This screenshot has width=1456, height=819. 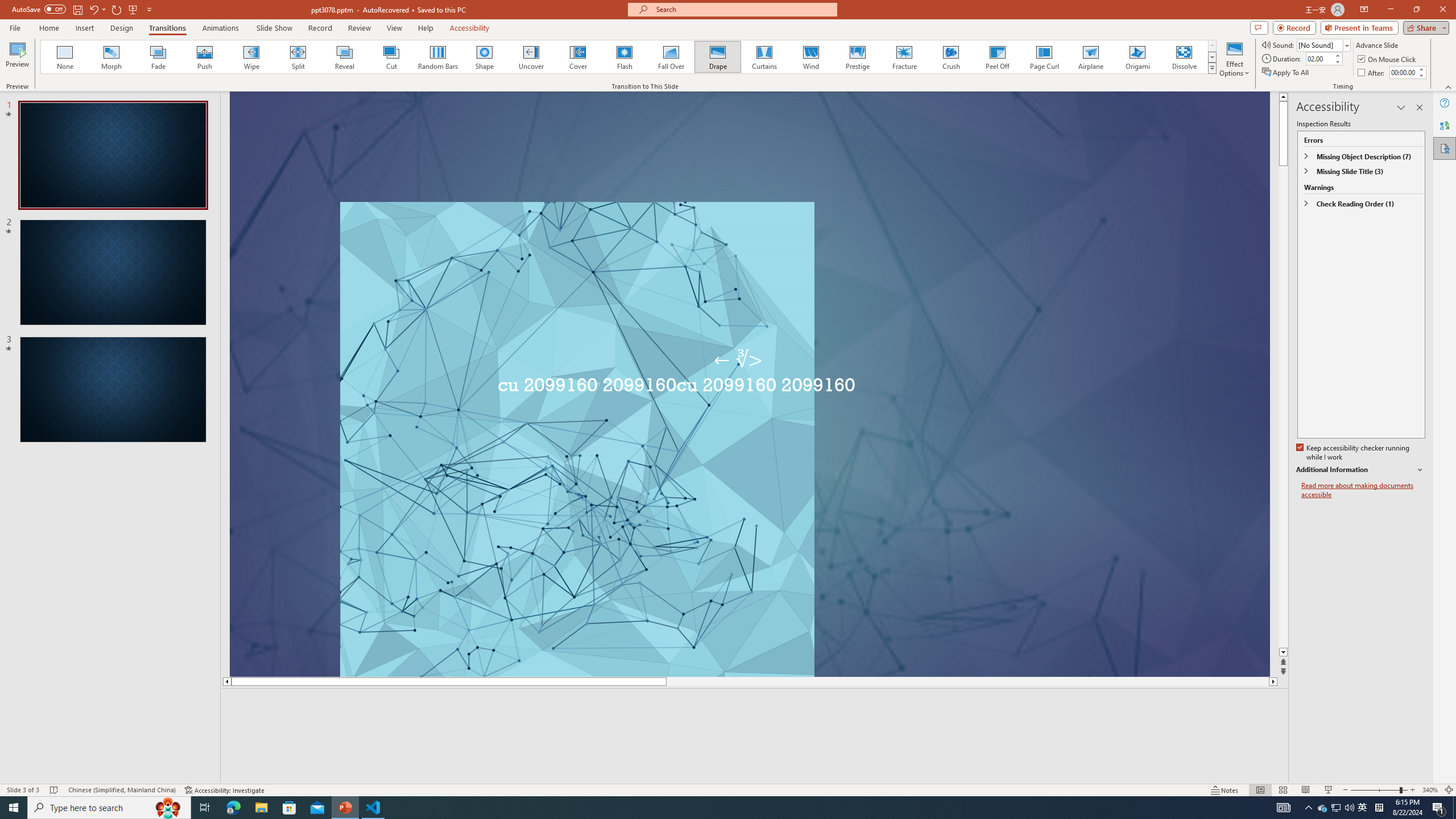 I want to click on 'Flash', so click(x=624, y=56).